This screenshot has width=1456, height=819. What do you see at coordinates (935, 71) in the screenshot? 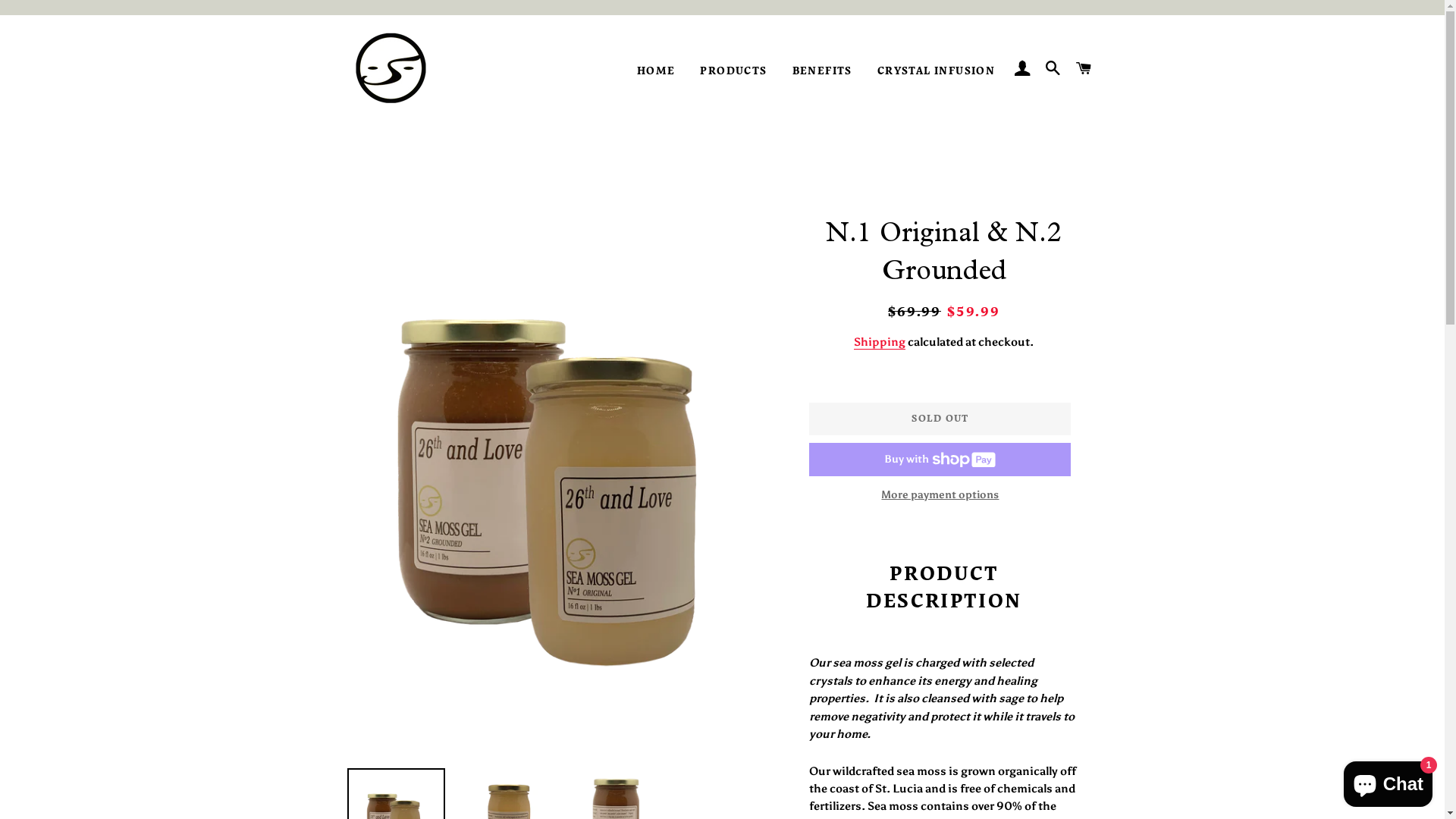
I see `'CRYSTAL INFUSION'` at bounding box center [935, 71].